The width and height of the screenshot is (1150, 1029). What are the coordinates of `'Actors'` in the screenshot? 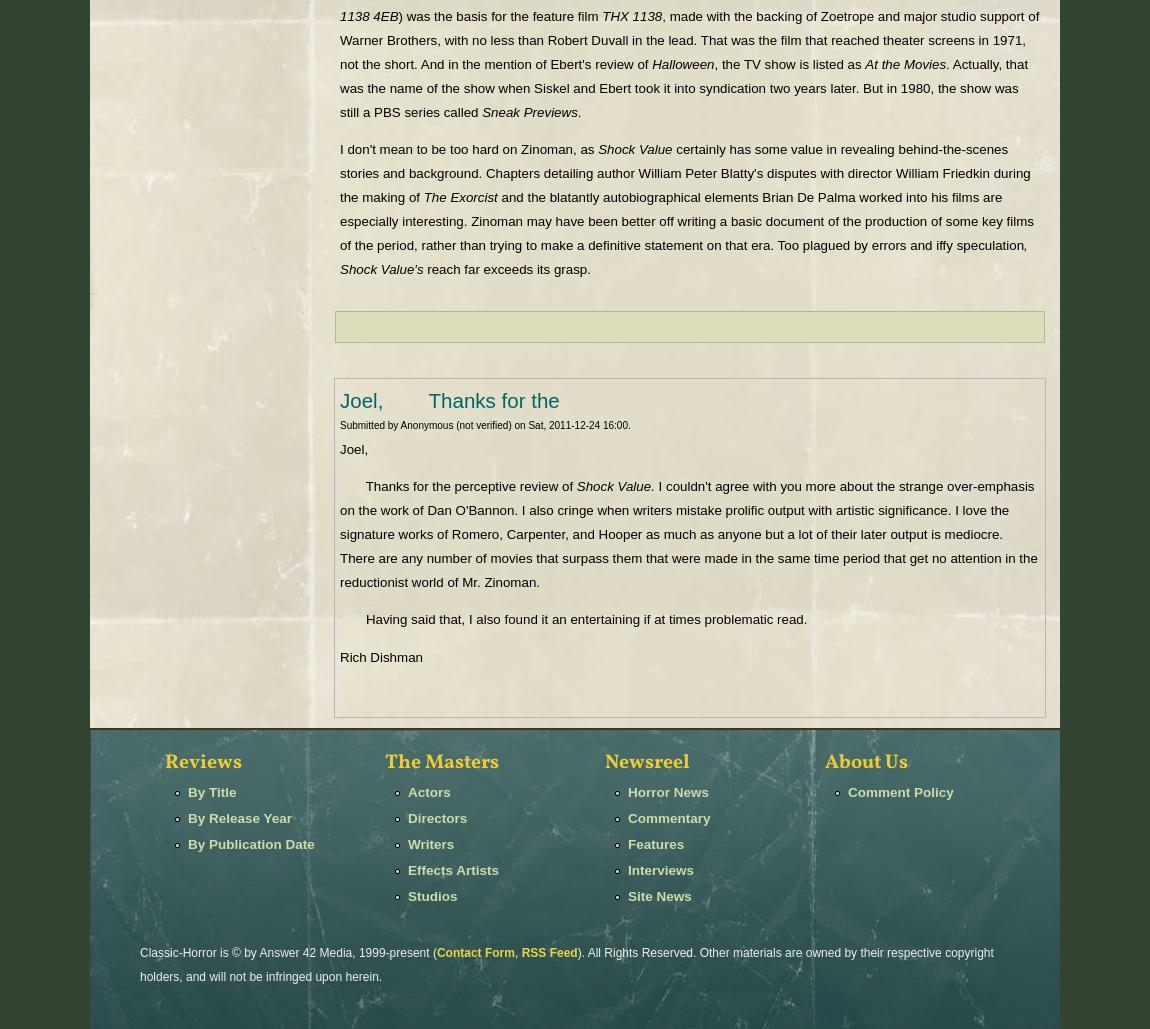 It's located at (428, 791).